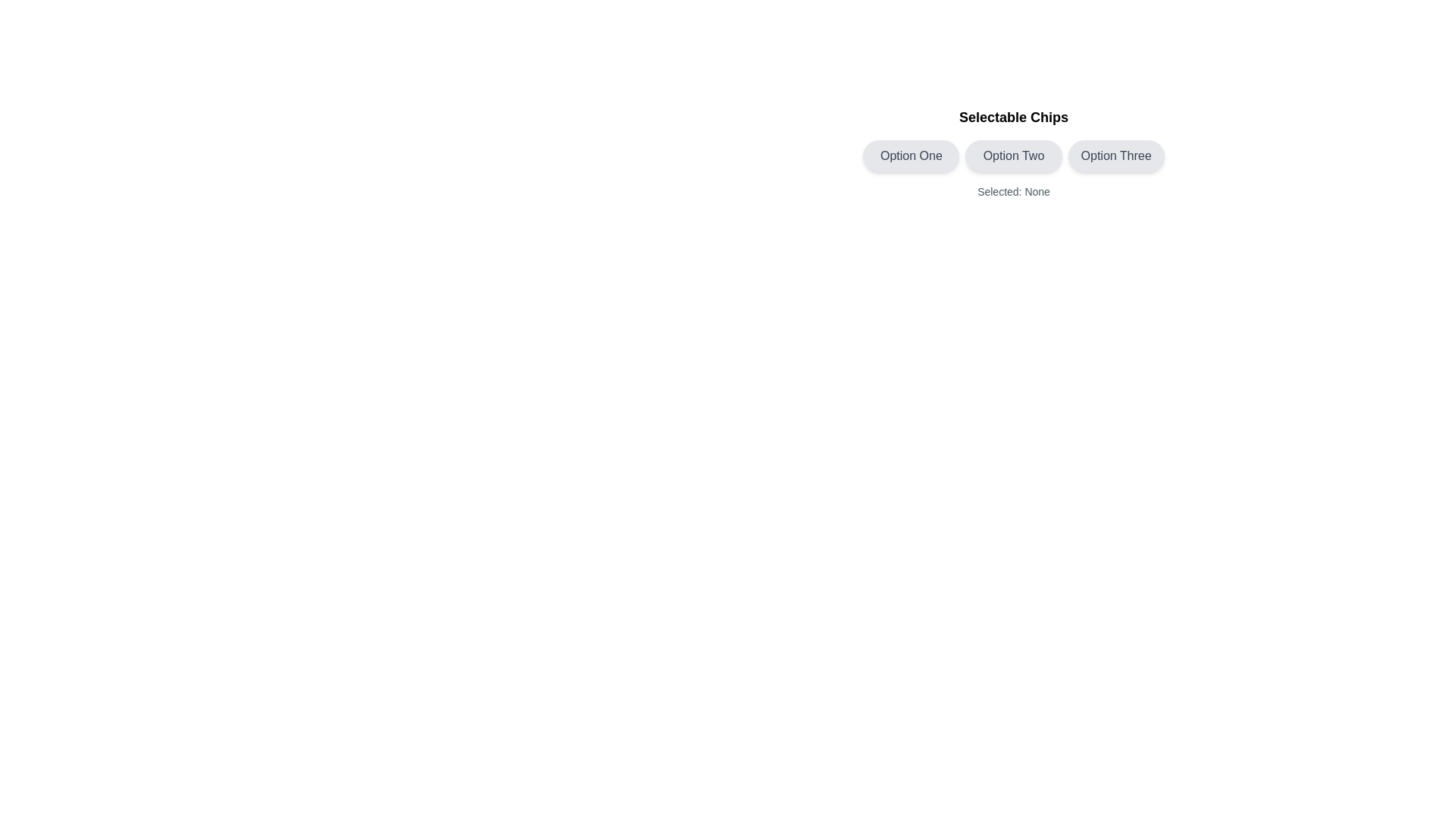 This screenshot has width=1456, height=819. Describe the element at coordinates (1013, 155) in the screenshot. I see `the text label 'Option Two' within the interactive button component, which is the middle chip in a row of three options` at that location.